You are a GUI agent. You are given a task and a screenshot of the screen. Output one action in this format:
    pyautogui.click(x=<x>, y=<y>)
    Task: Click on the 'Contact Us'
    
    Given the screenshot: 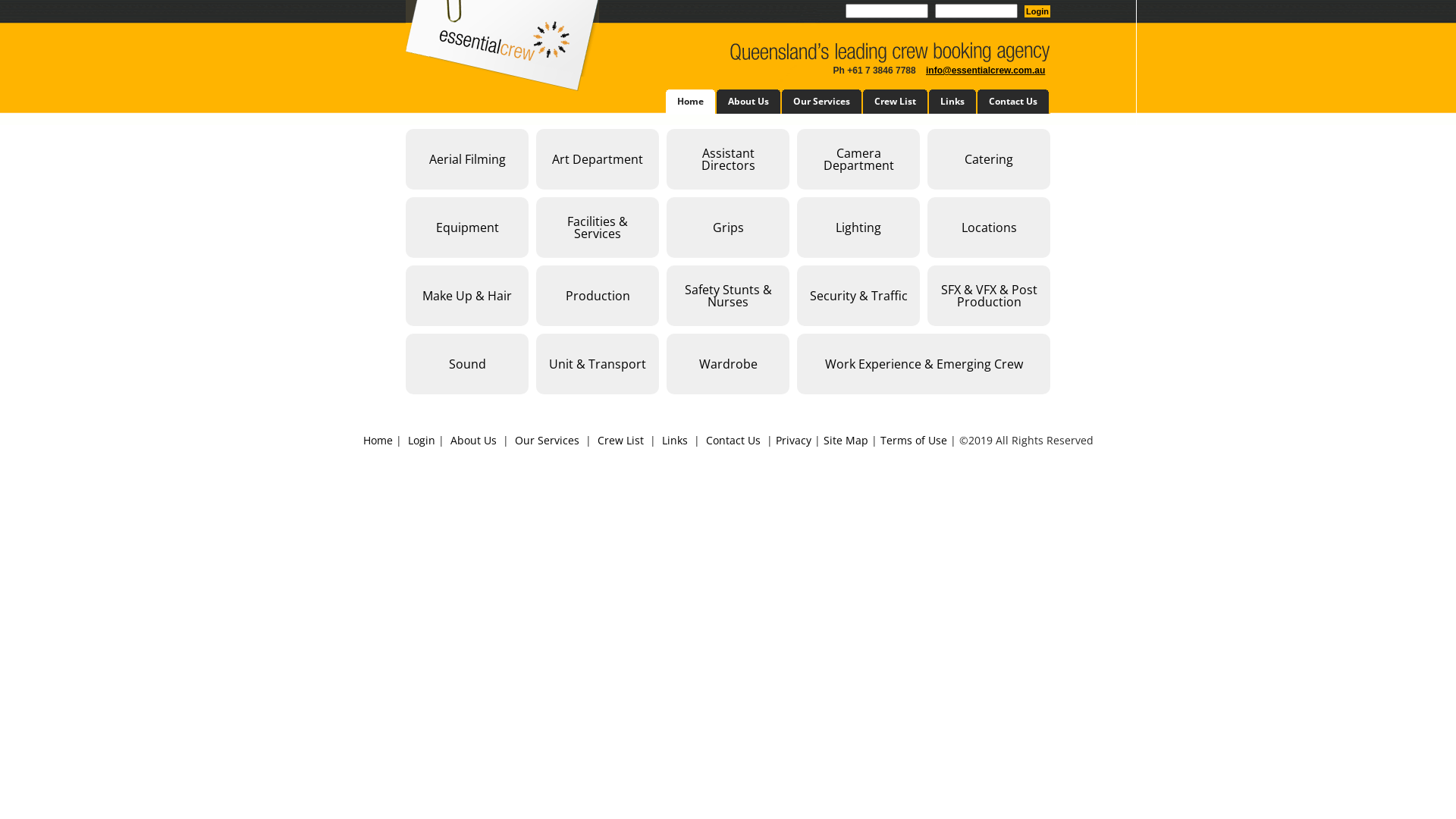 What is the action you would take?
    pyautogui.click(x=732, y=440)
    